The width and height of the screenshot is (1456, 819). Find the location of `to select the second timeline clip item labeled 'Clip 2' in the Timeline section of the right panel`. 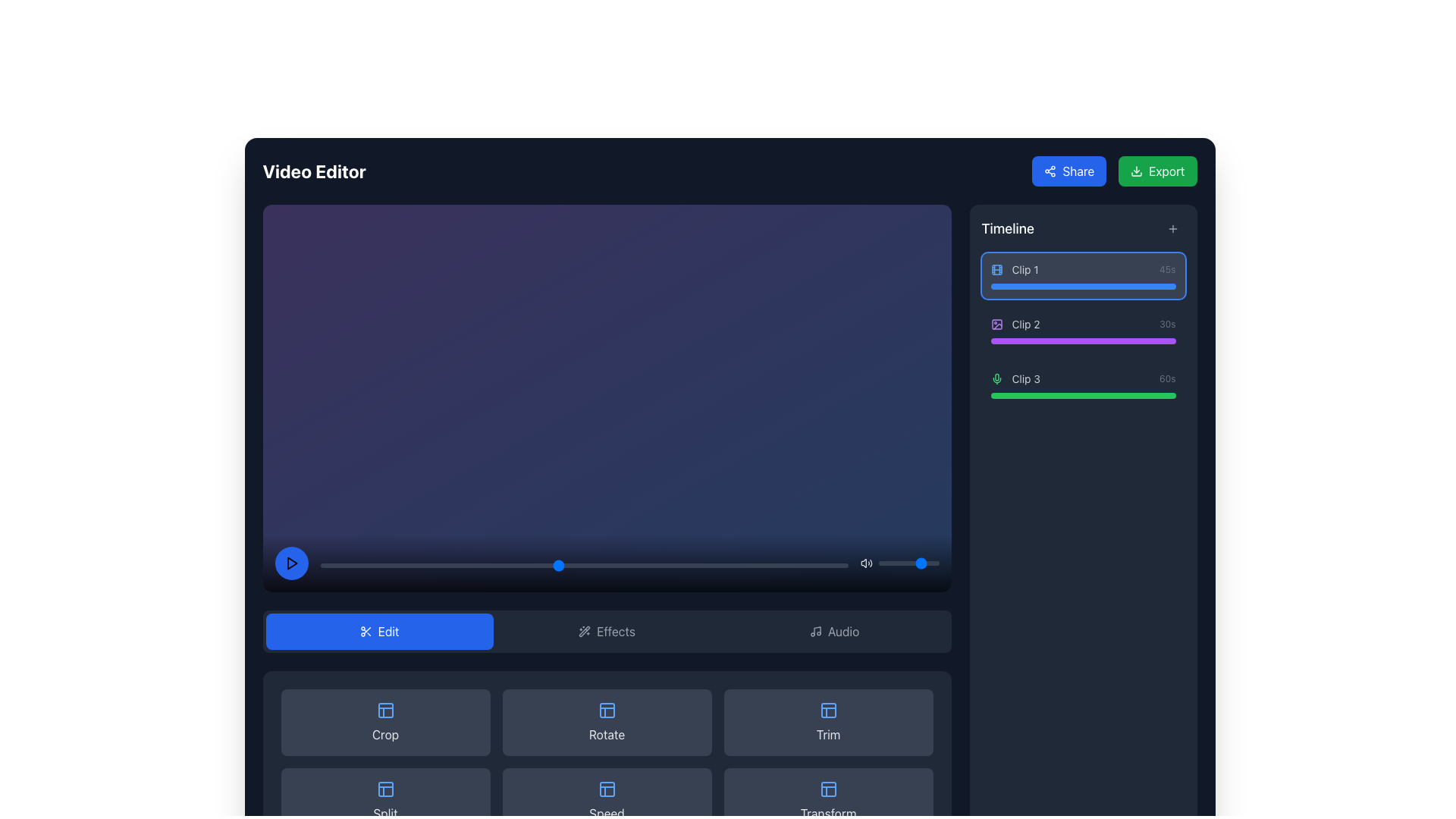

to select the second timeline clip item labeled 'Clip 2' in the Timeline section of the right panel is located at coordinates (1082, 329).